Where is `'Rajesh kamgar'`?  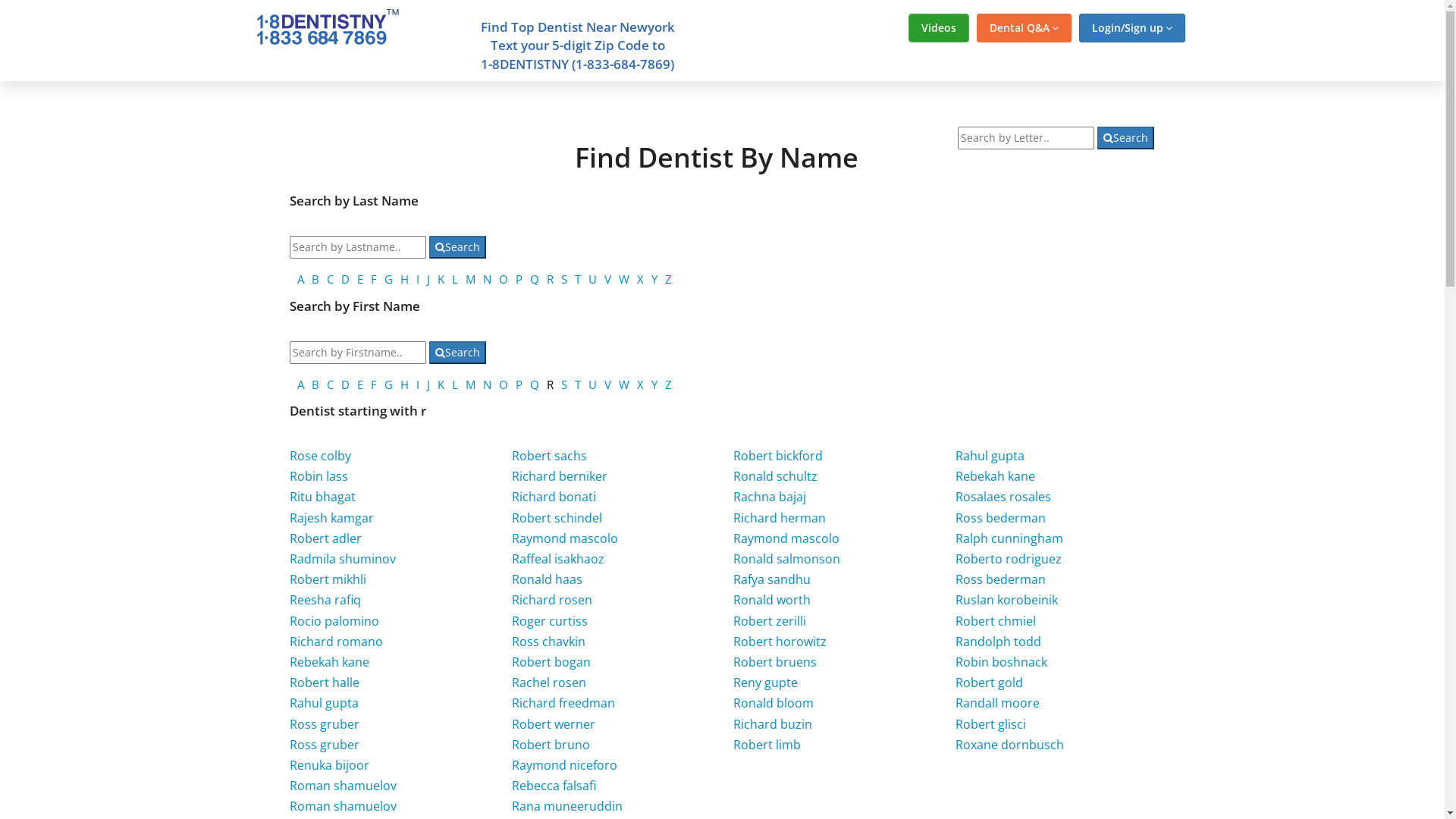 'Rajesh kamgar' is located at coordinates (331, 516).